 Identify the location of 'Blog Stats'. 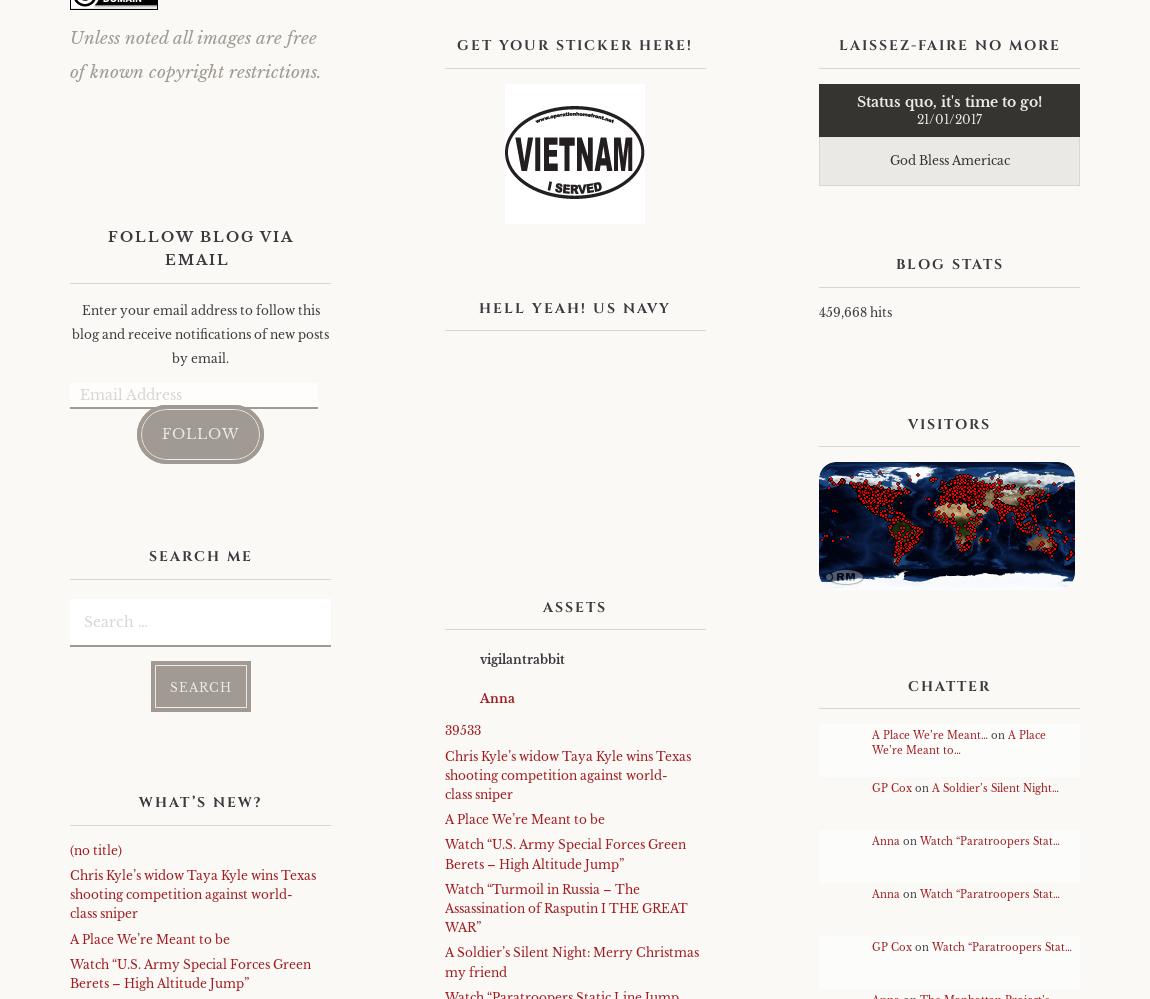
(948, 264).